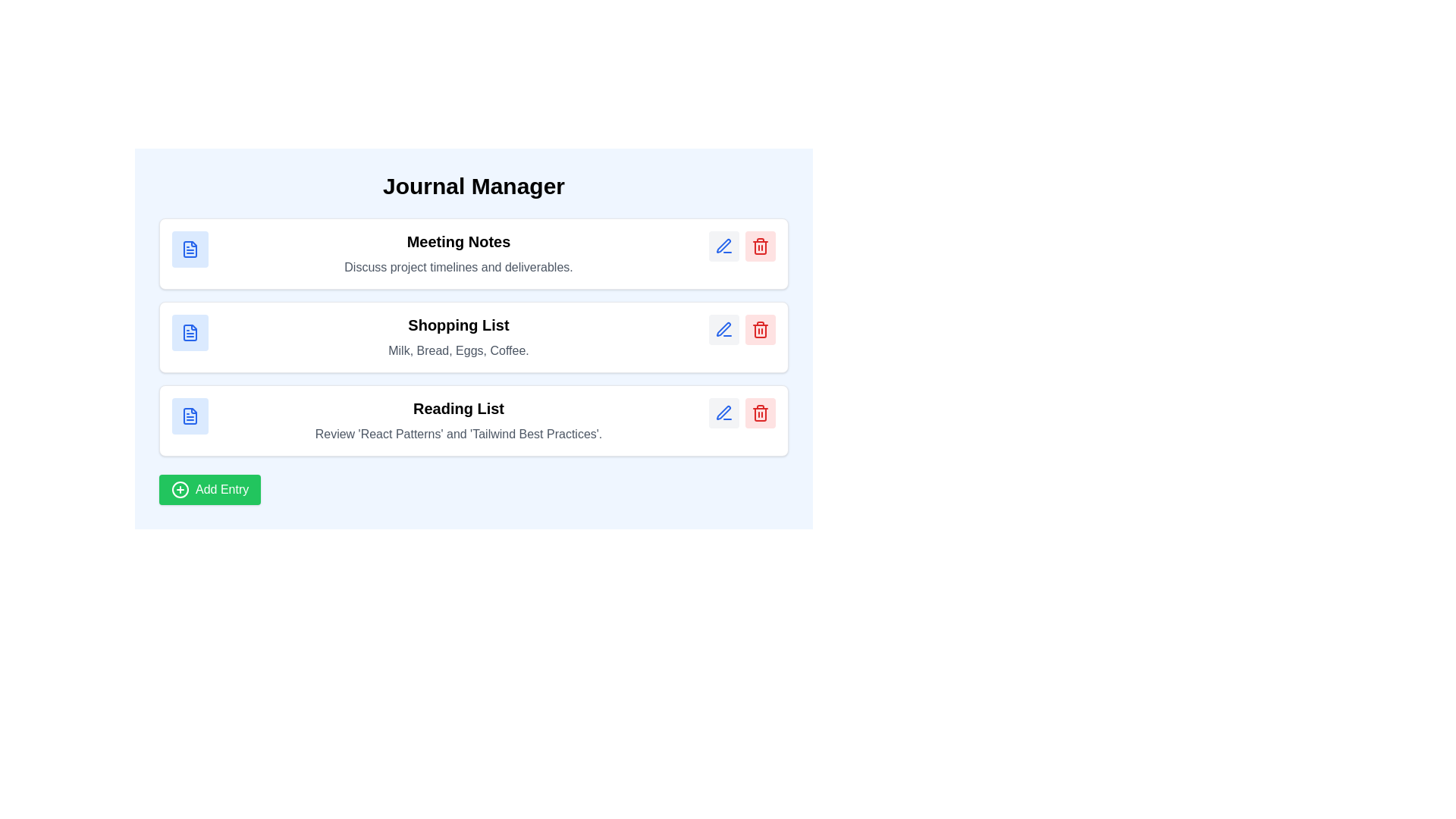 This screenshot has height=819, width=1456. What do you see at coordinates (189, 416) in the screenshot?
I see `the document icon representing the 'Reading List' section` at bounding box center [189, 416].